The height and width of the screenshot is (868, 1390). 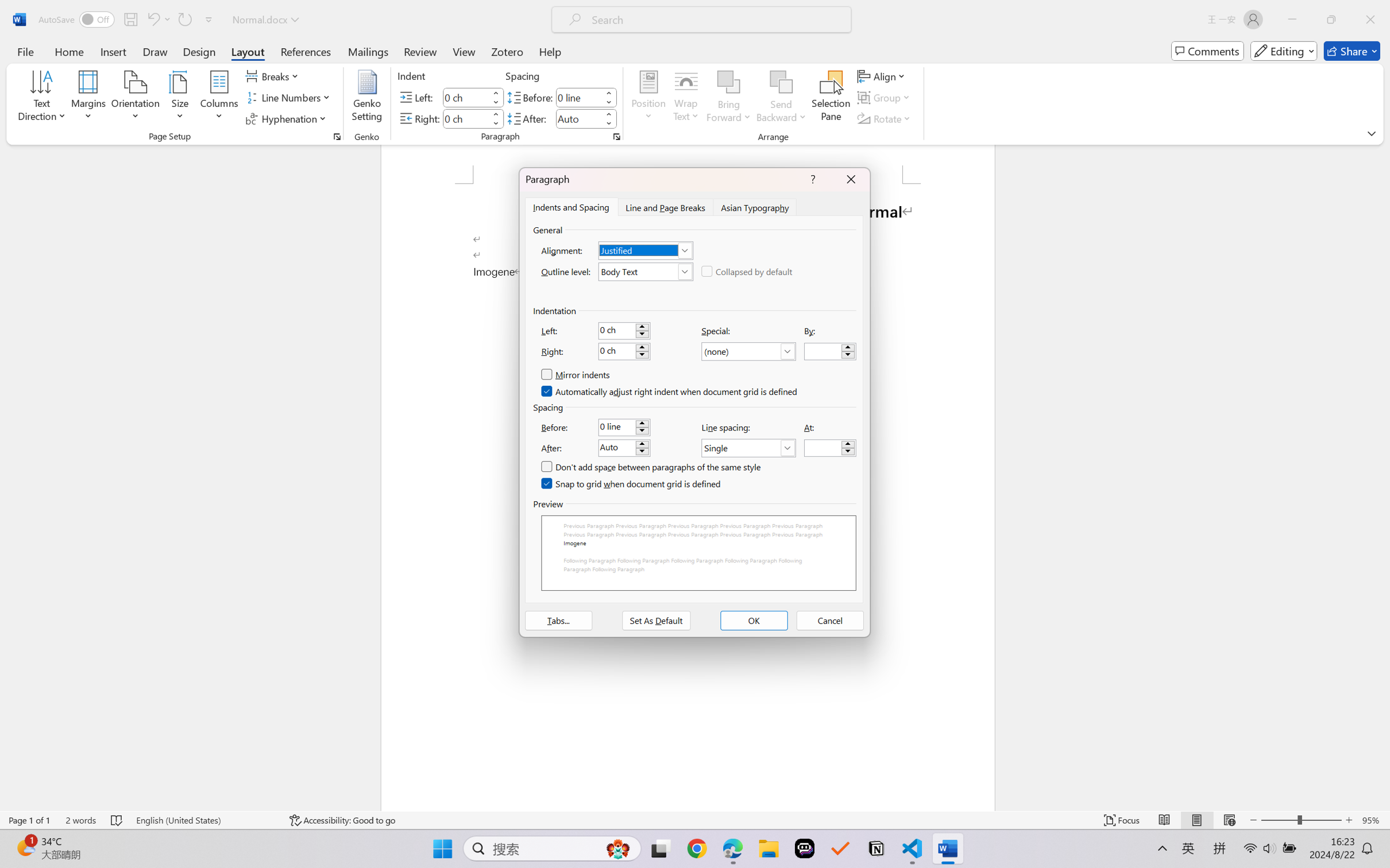 What do you see at coordinates (571, 206) in the screenshot?
I see `'Indents and Spacing'` at bounding box center [571, 206].